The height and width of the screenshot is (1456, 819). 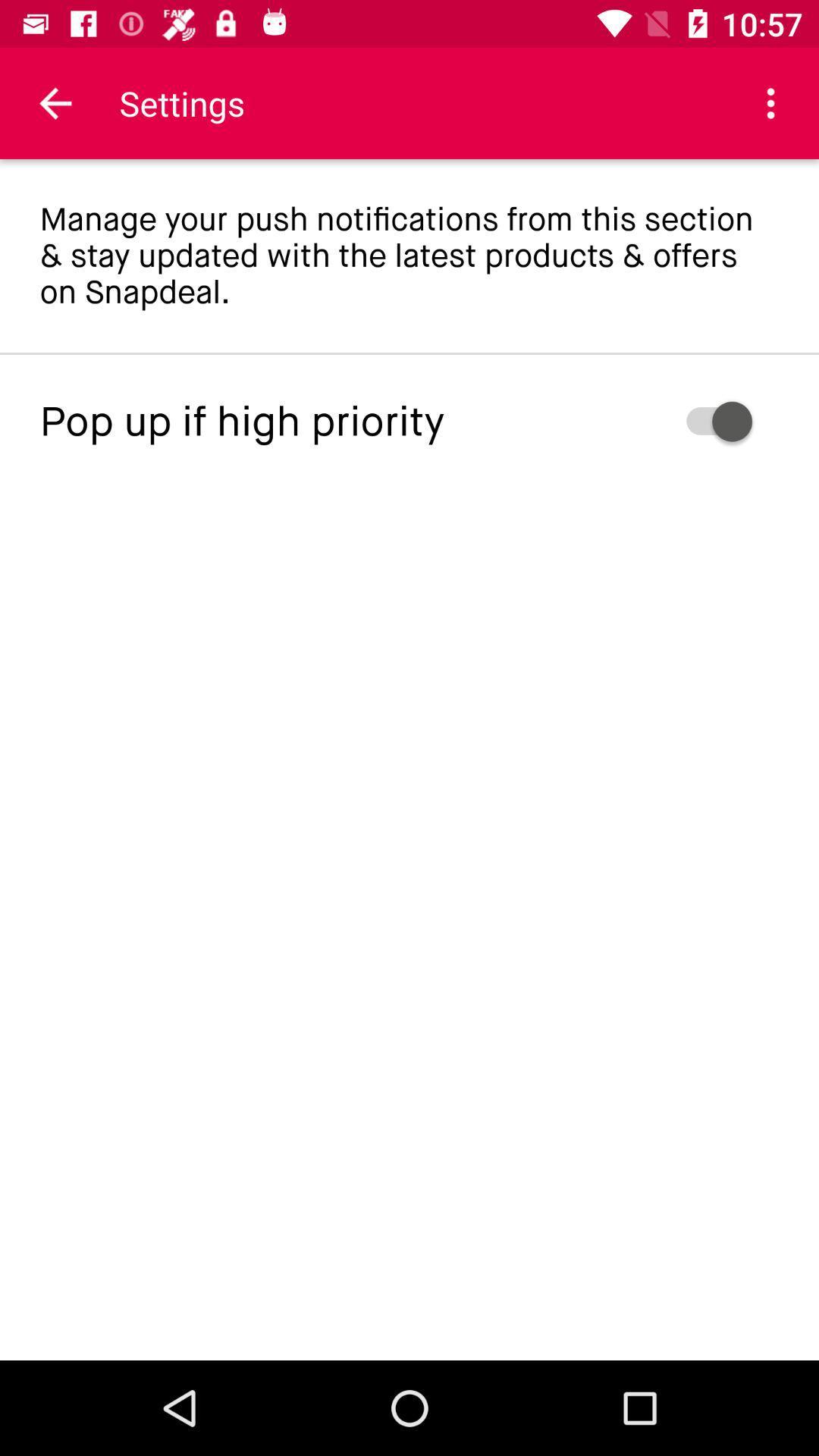 What do you see at coordinates (771, 102) in the screenshot?
I see `the icon next to the settings icon` at bounding box center [771, 102].